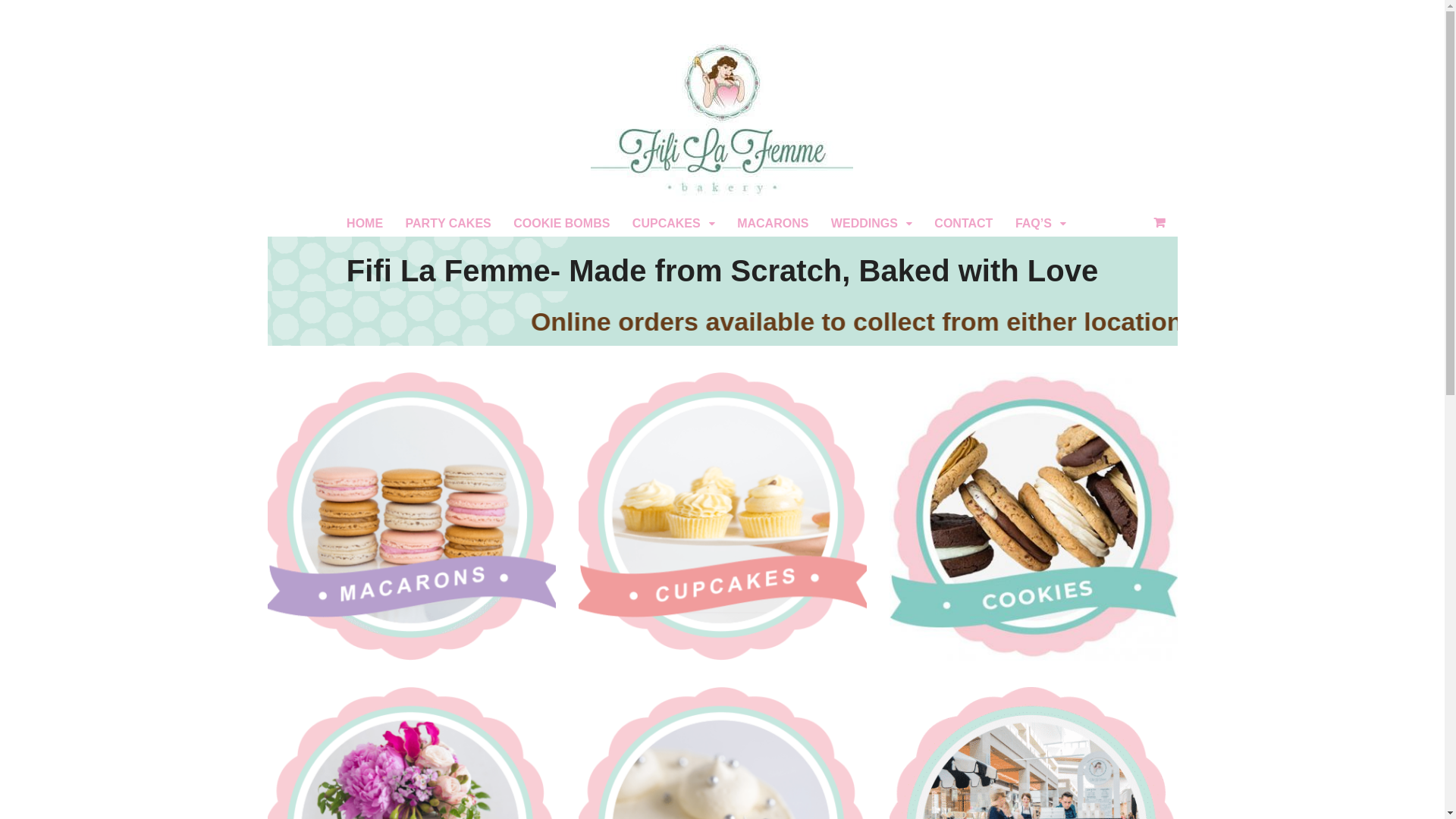 This screenshot has height=819, width=1456. What do you see at coordinates (364, 223) in the screenshot?
I see `'HOME'` at bounding box center [364, 223].